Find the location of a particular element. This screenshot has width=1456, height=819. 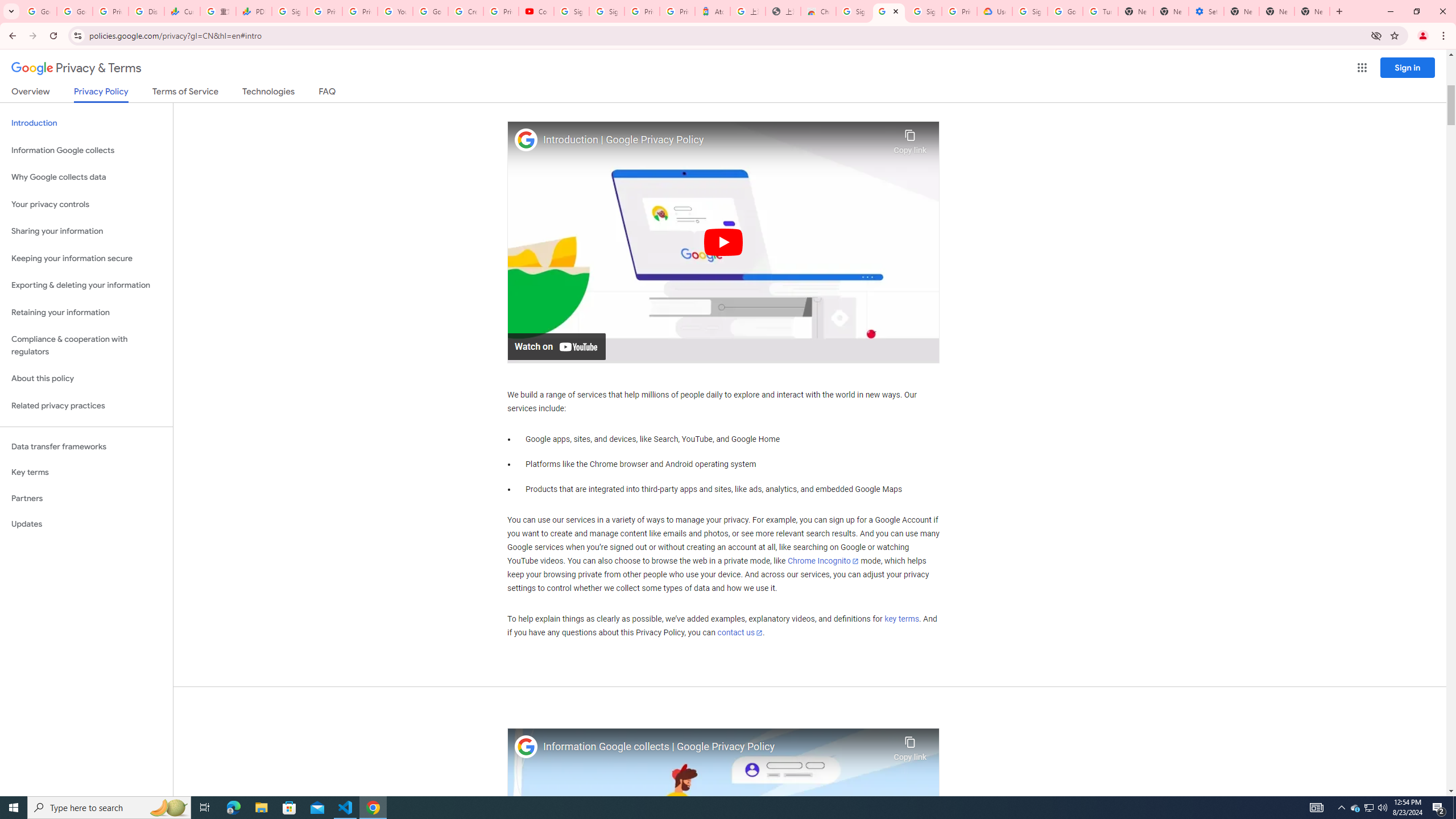

'Play' is located at coordinates (723, 241).